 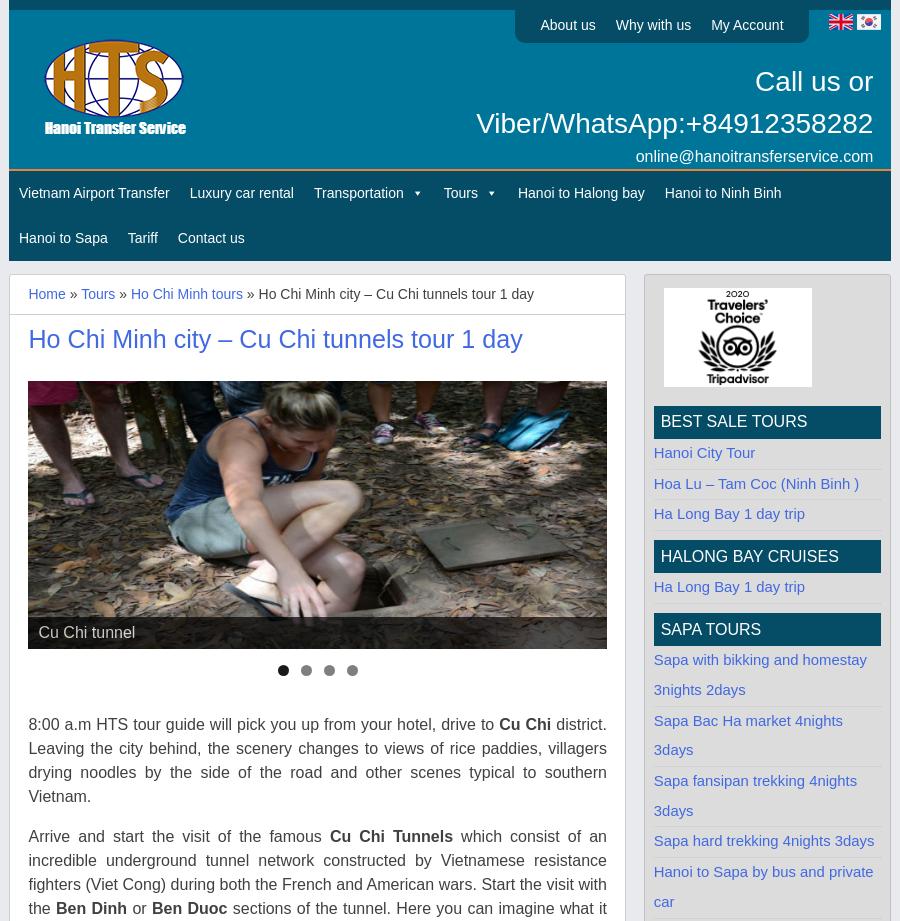 I want to click on 'district. Leaving the city behind, the scenery changes to views of rice paddies, villagers drying noodles by the side of the road and other scenes typical to southern Vietnam.', so click(x=315, y=760).